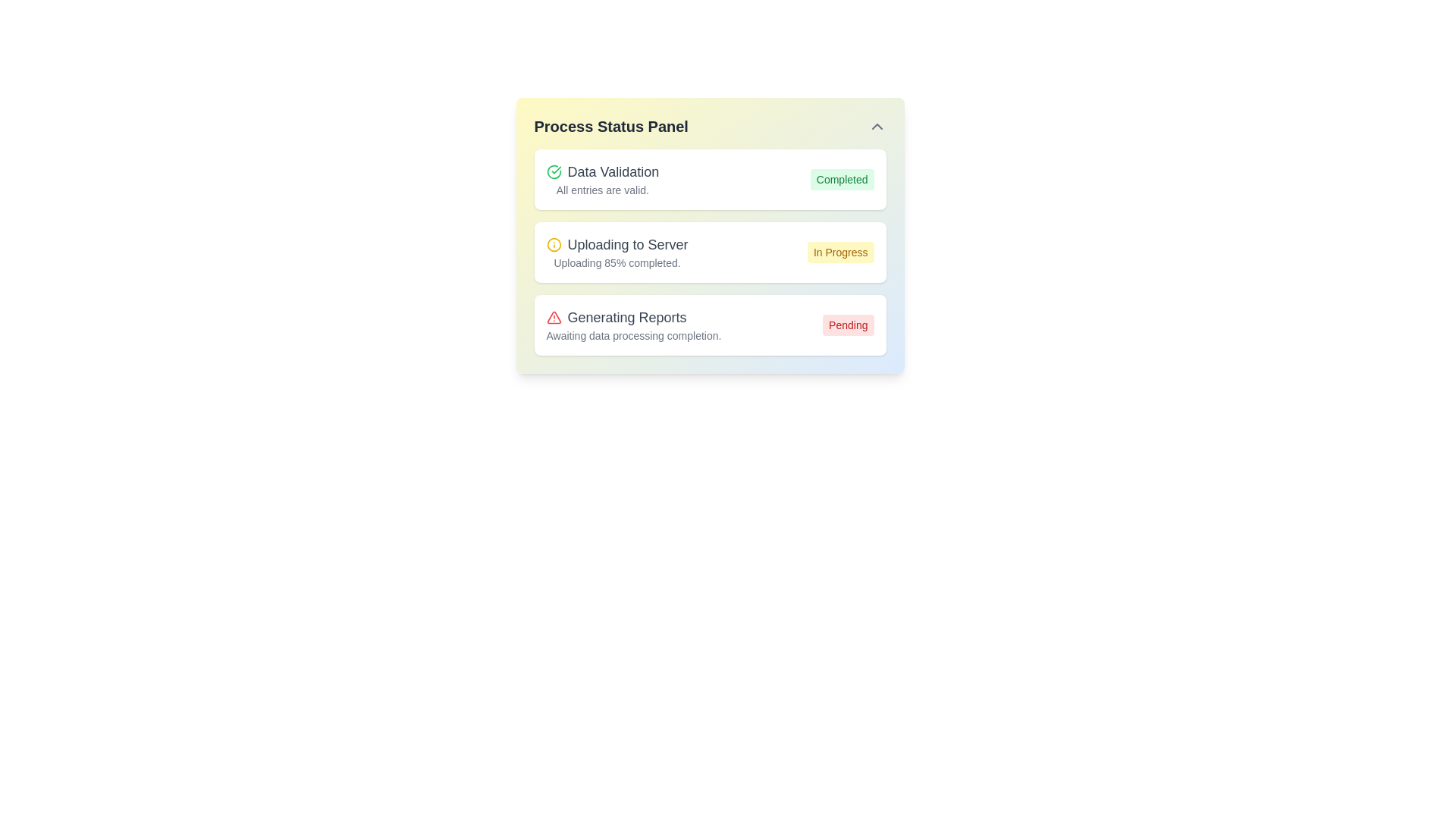 The height and width of the screenshot is (819, 1456). I want to click on the graphical representation of the circular icon indicating the 'Uploading to Server' task, located in the second row of the process status panel, so click(553, 244).